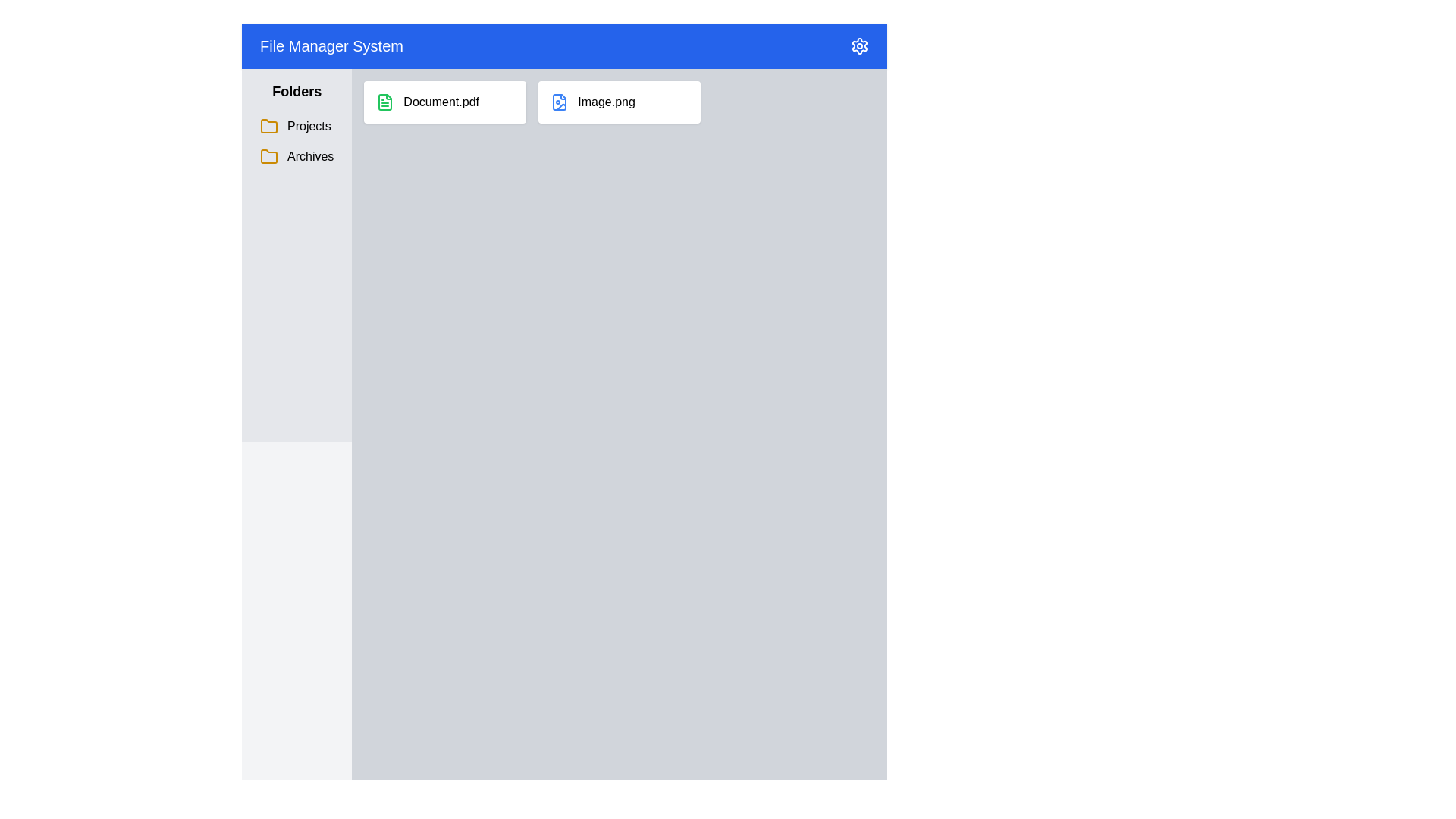 The height and width of the screenshot is (819, 1456). What do you see at coordinates (859, 45) in the screenshot?
I see `the settings button located in the top-right corner of the blue header bar, immediately to the right of the 'File Manager System' text` at bounding box center [859, 45].